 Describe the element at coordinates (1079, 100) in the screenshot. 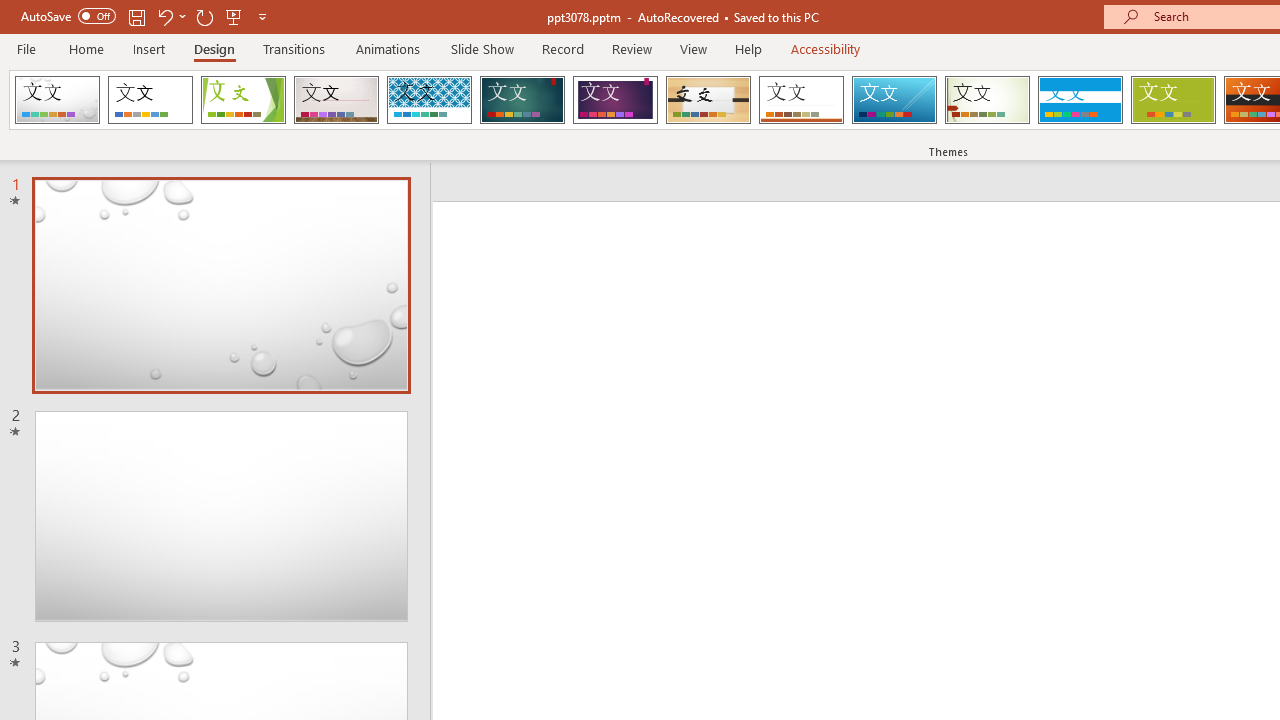

I see `'Banded'` at that location.